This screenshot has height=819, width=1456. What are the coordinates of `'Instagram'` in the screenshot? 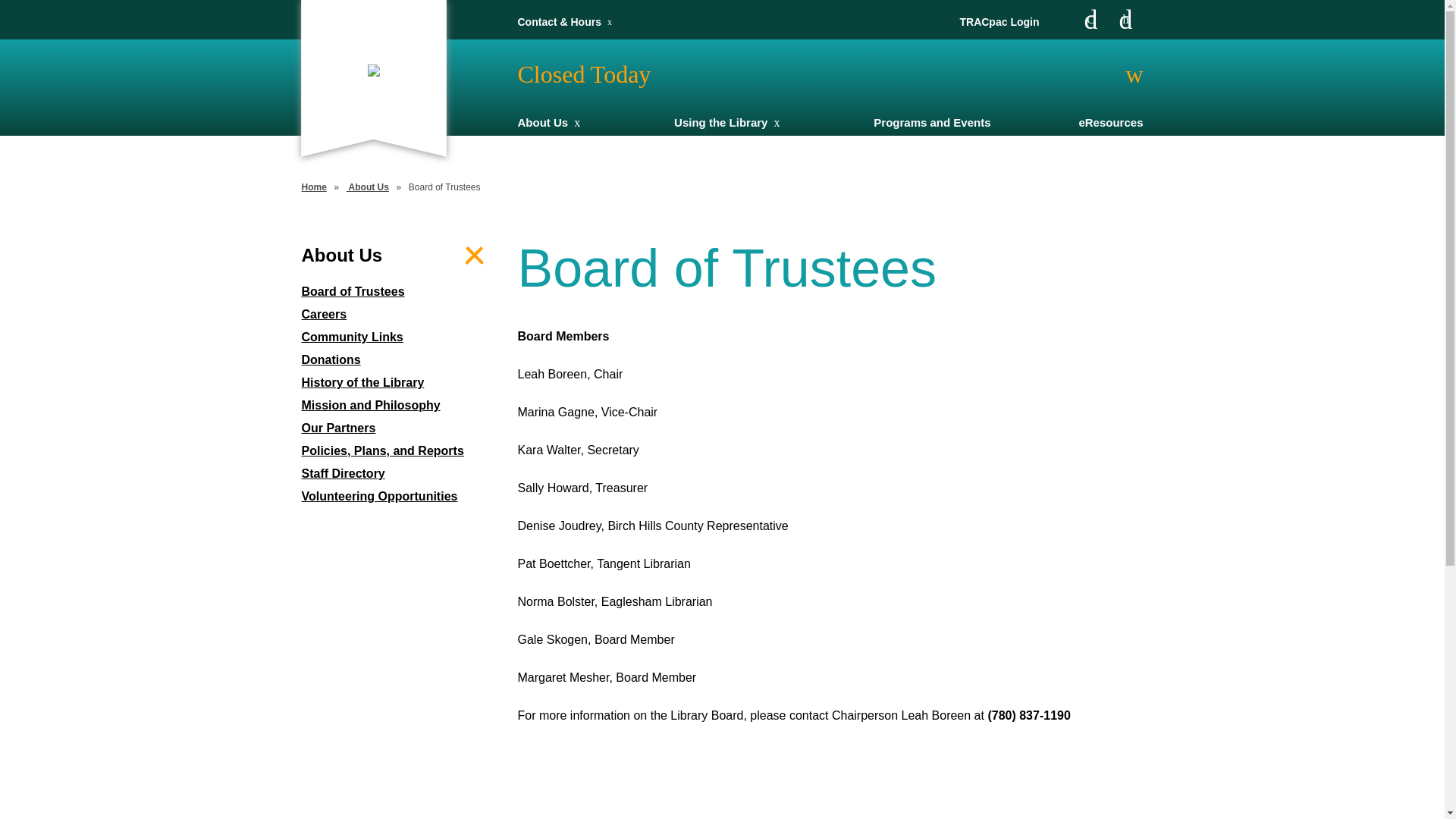 It's located at (1111, 20).